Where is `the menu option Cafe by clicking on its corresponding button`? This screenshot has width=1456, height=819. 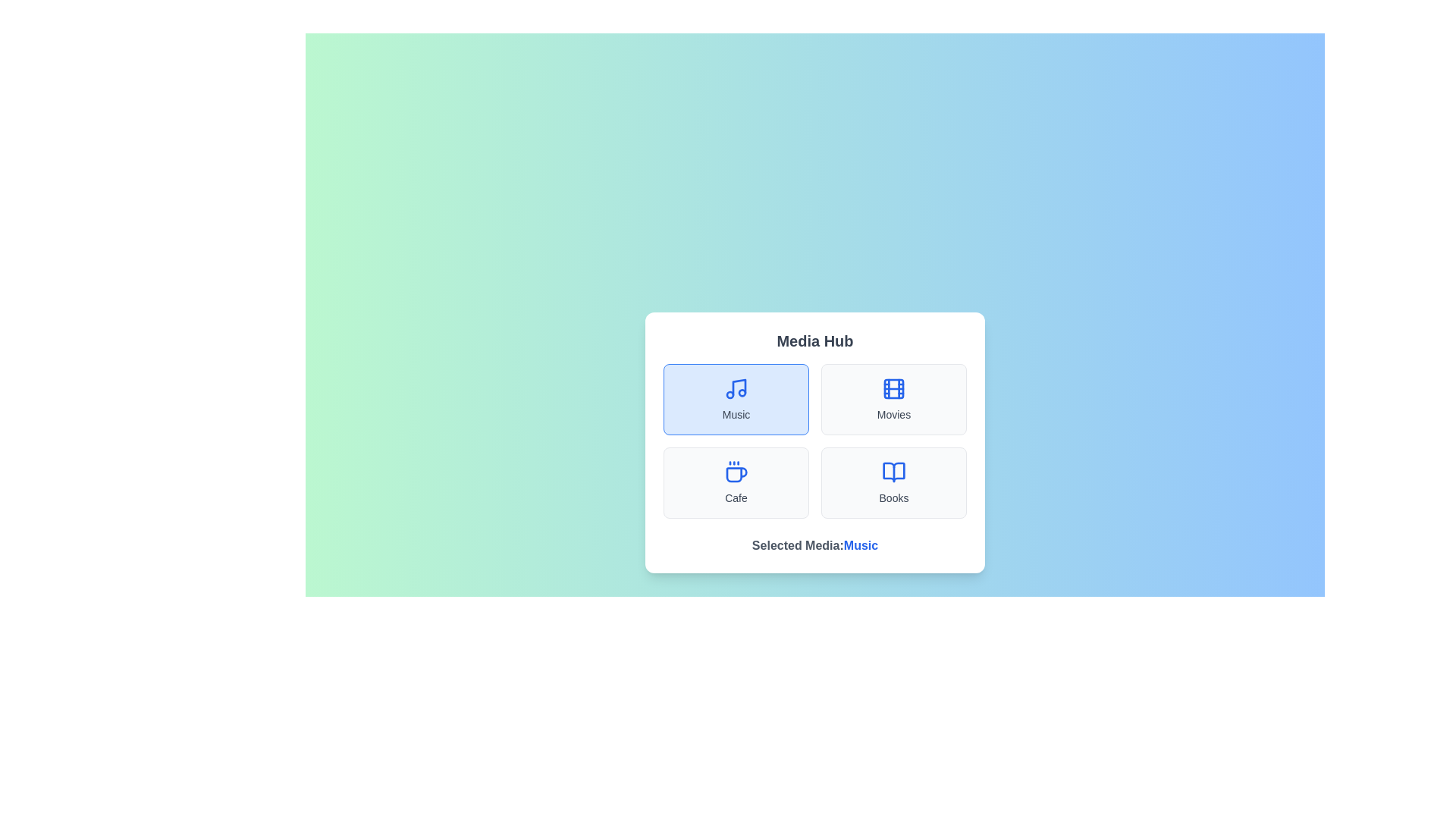 the menu option Cafe by clicking on its corresponding button is located at coordinates (736, 482).